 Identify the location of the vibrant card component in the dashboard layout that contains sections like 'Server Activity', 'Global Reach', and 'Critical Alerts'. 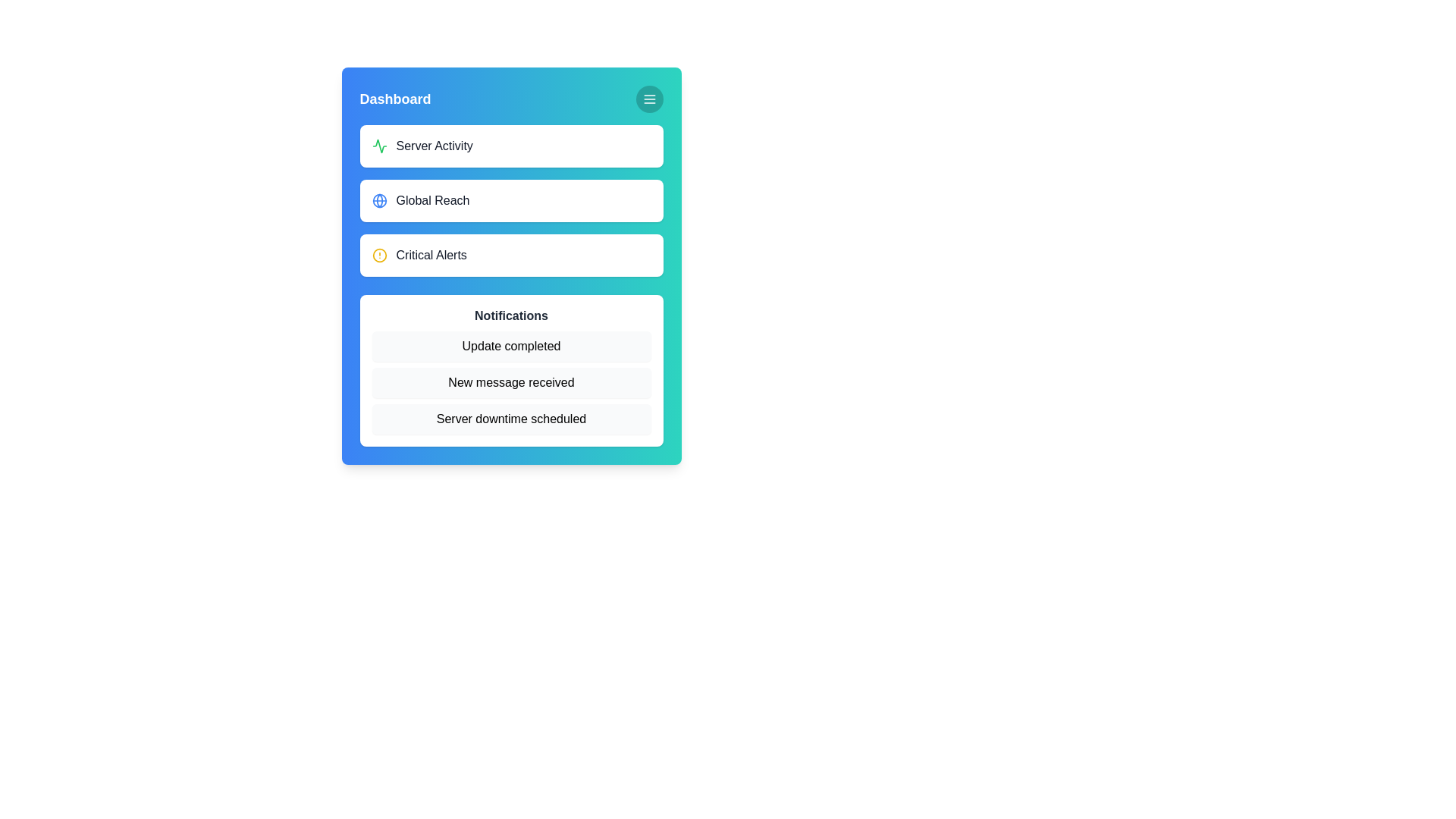
(511, 265).